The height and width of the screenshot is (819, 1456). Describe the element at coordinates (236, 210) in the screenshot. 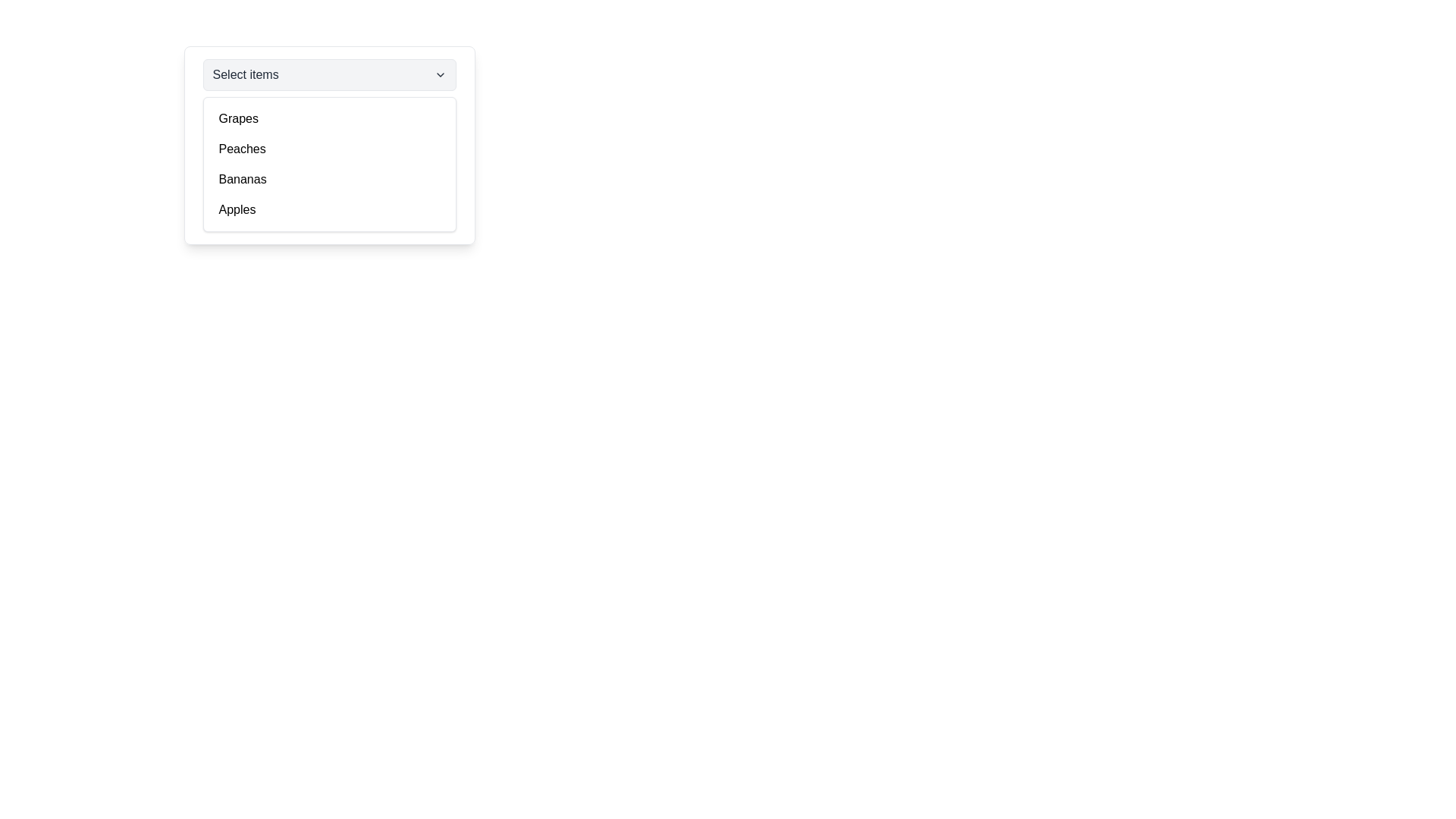

I see `the 'Apples' dropdown menu item, which is the fourth item in the dropdown list styled with a standard sans-serif font` at that location.